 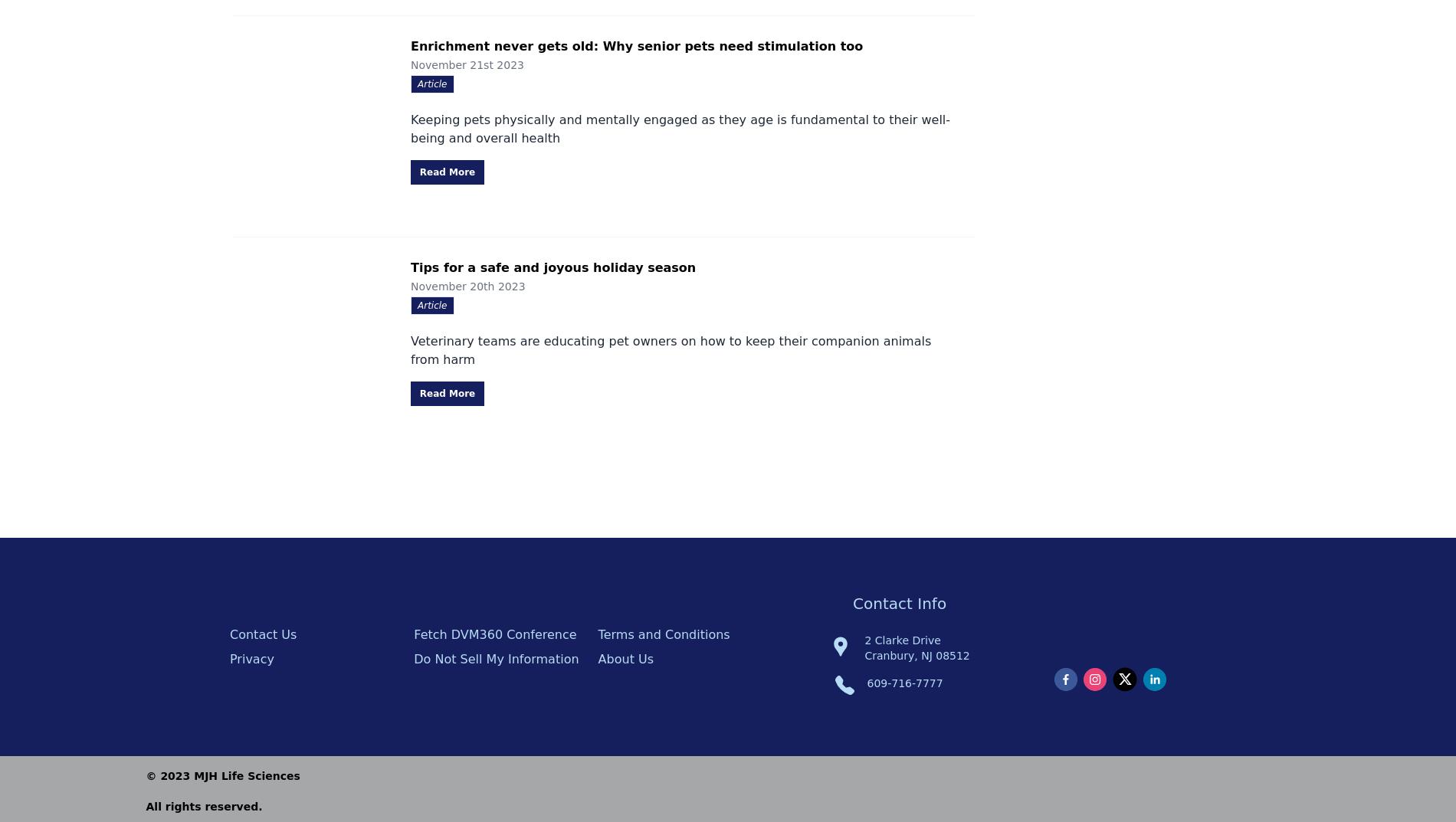 What do you see at coordinates (467, 64) in the screenshot?
I see `'November 21st 2023'` at bounding box center [467, 64].